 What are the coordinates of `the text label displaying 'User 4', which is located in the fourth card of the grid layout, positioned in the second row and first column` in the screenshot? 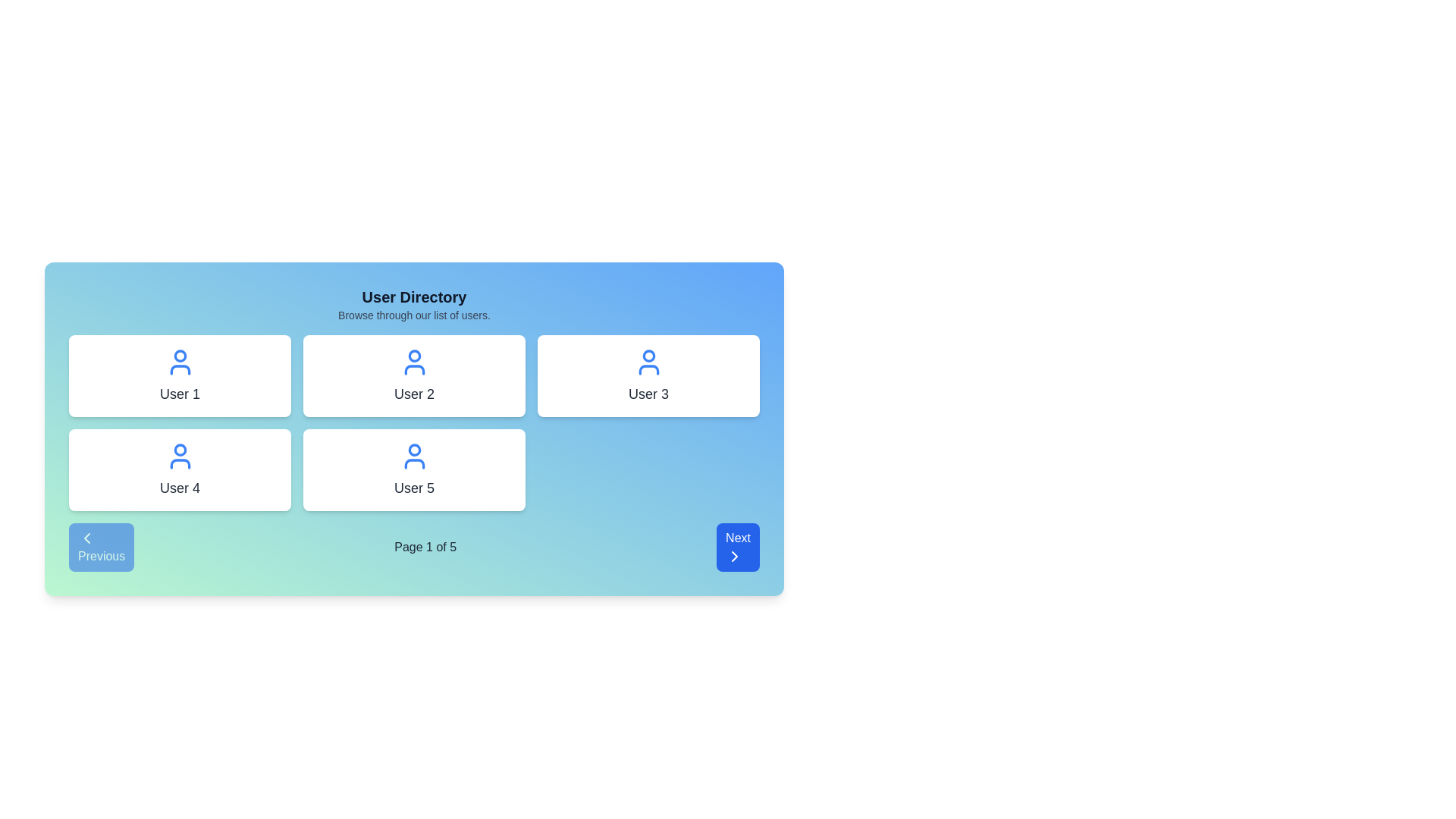 It's located at (180, 488).